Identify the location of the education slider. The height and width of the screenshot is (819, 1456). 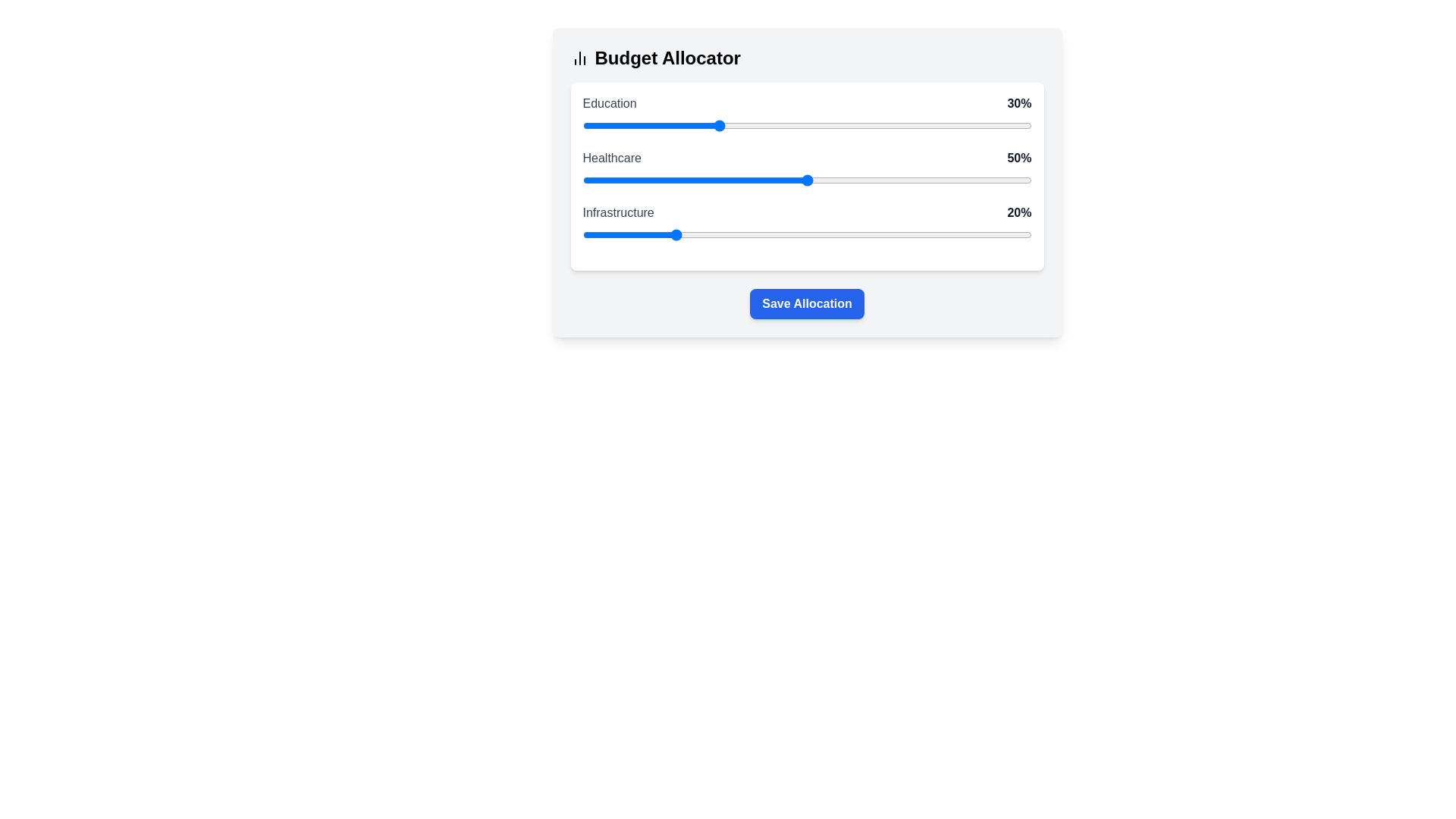
(874, 124).